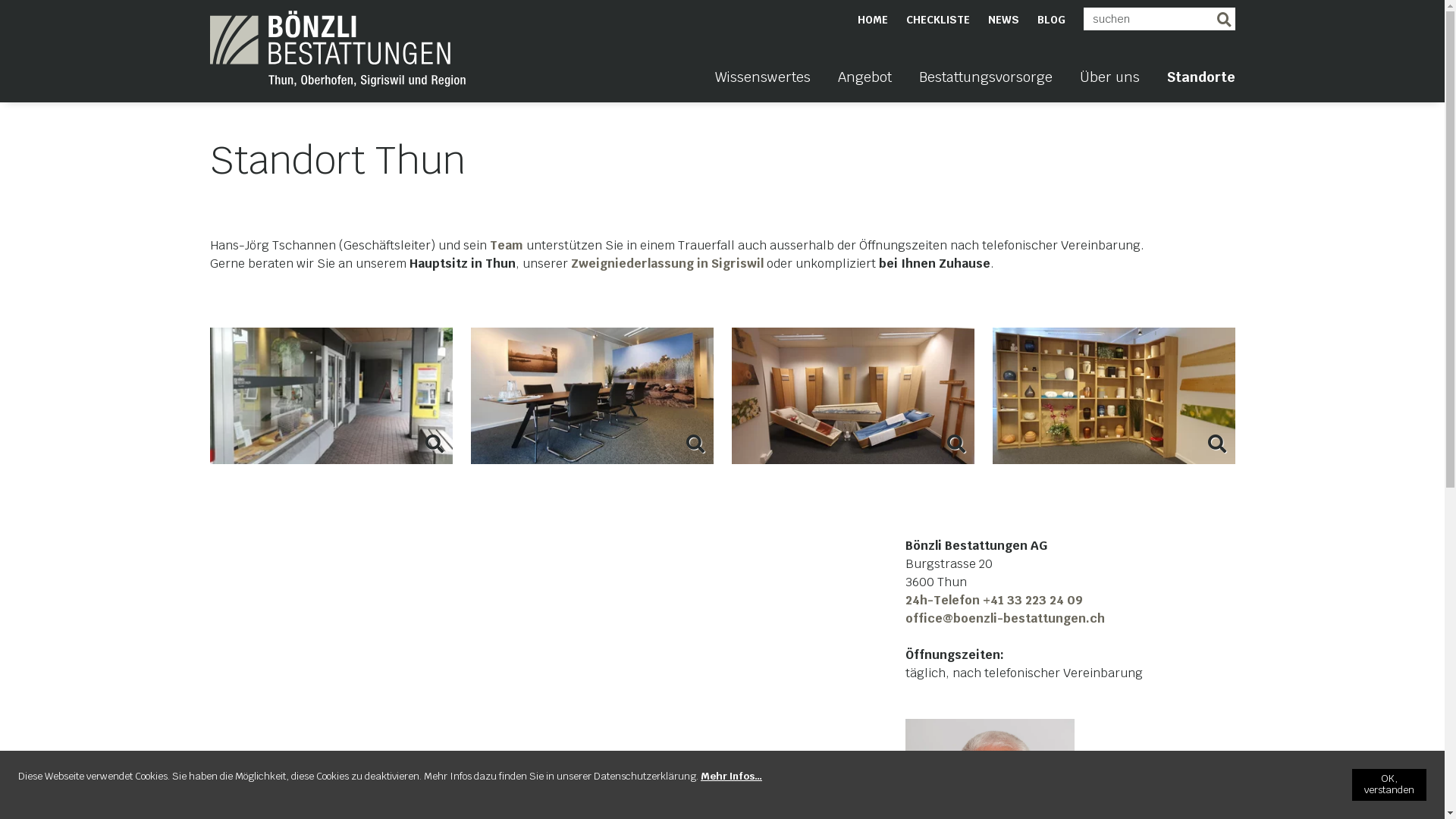 The image size is (1456, 819). I want to click on '24h-Telefon', so click(943, 599).